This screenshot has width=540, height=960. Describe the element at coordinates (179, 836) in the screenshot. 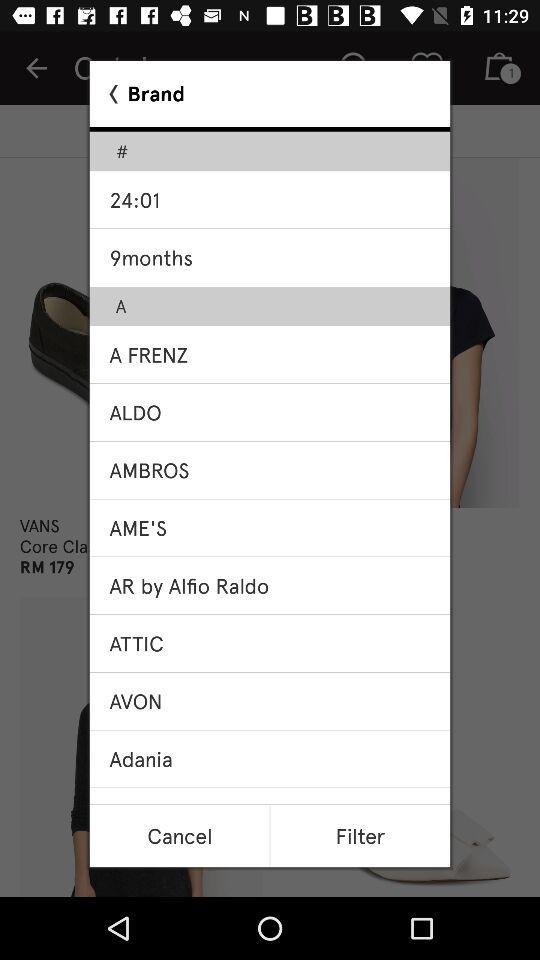

I see `cancel` at that location.